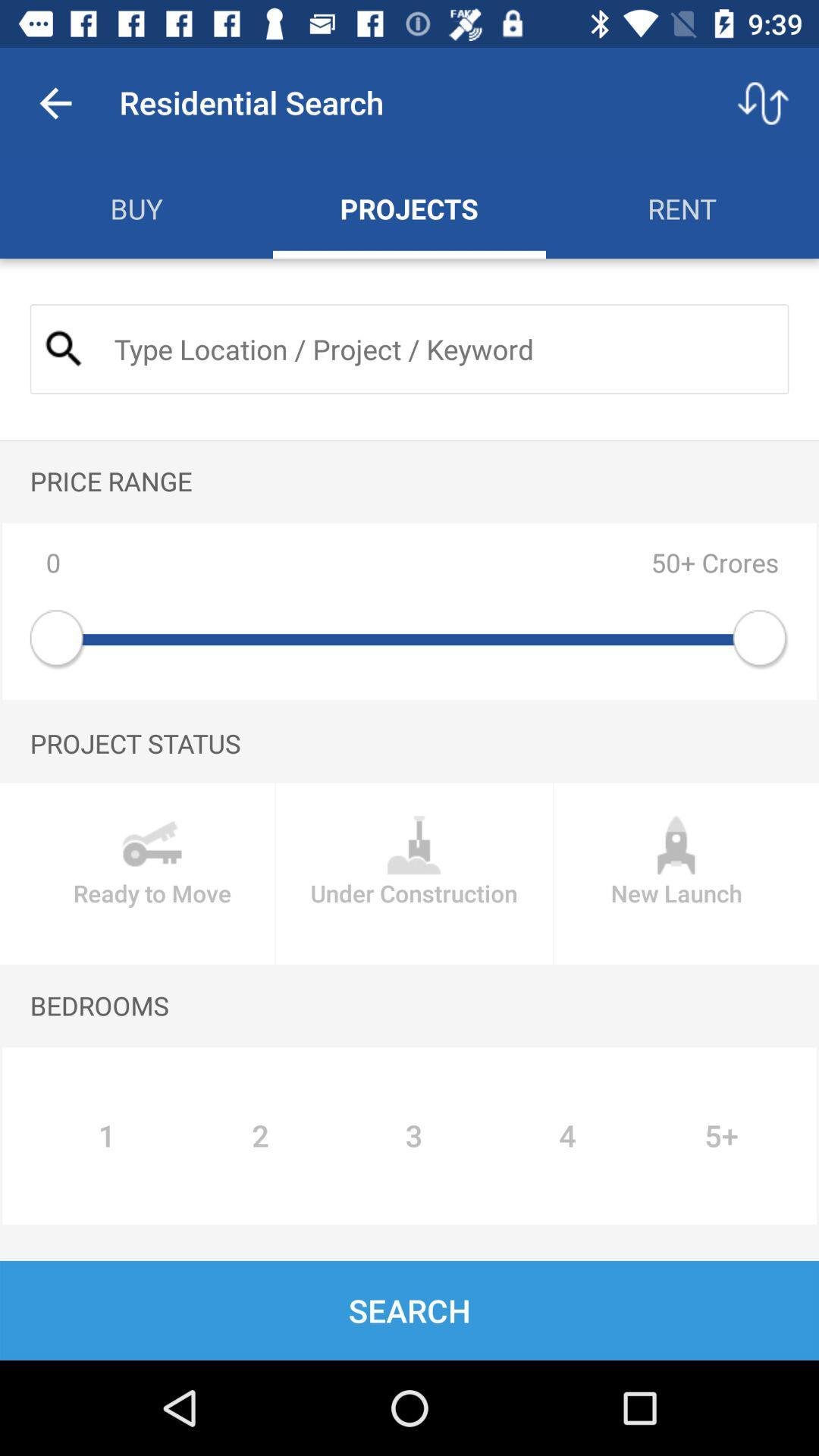 Image resolution: width=819 pixels, height=1456 pixels. I want to click on icon to the right of 2 item, so click(414, 1136).